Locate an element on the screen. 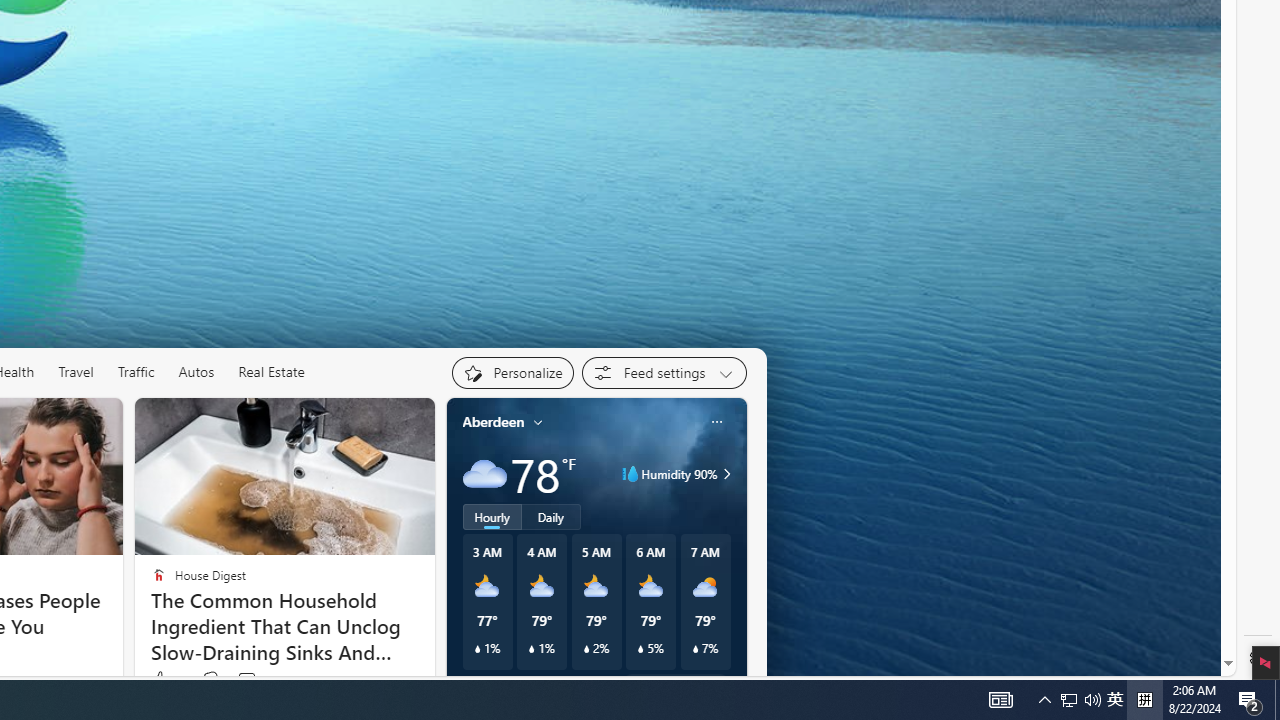 Image resolution: width=1280 pixels, height=720 pixels. 'Daily' is located at coordinates (551, 515).